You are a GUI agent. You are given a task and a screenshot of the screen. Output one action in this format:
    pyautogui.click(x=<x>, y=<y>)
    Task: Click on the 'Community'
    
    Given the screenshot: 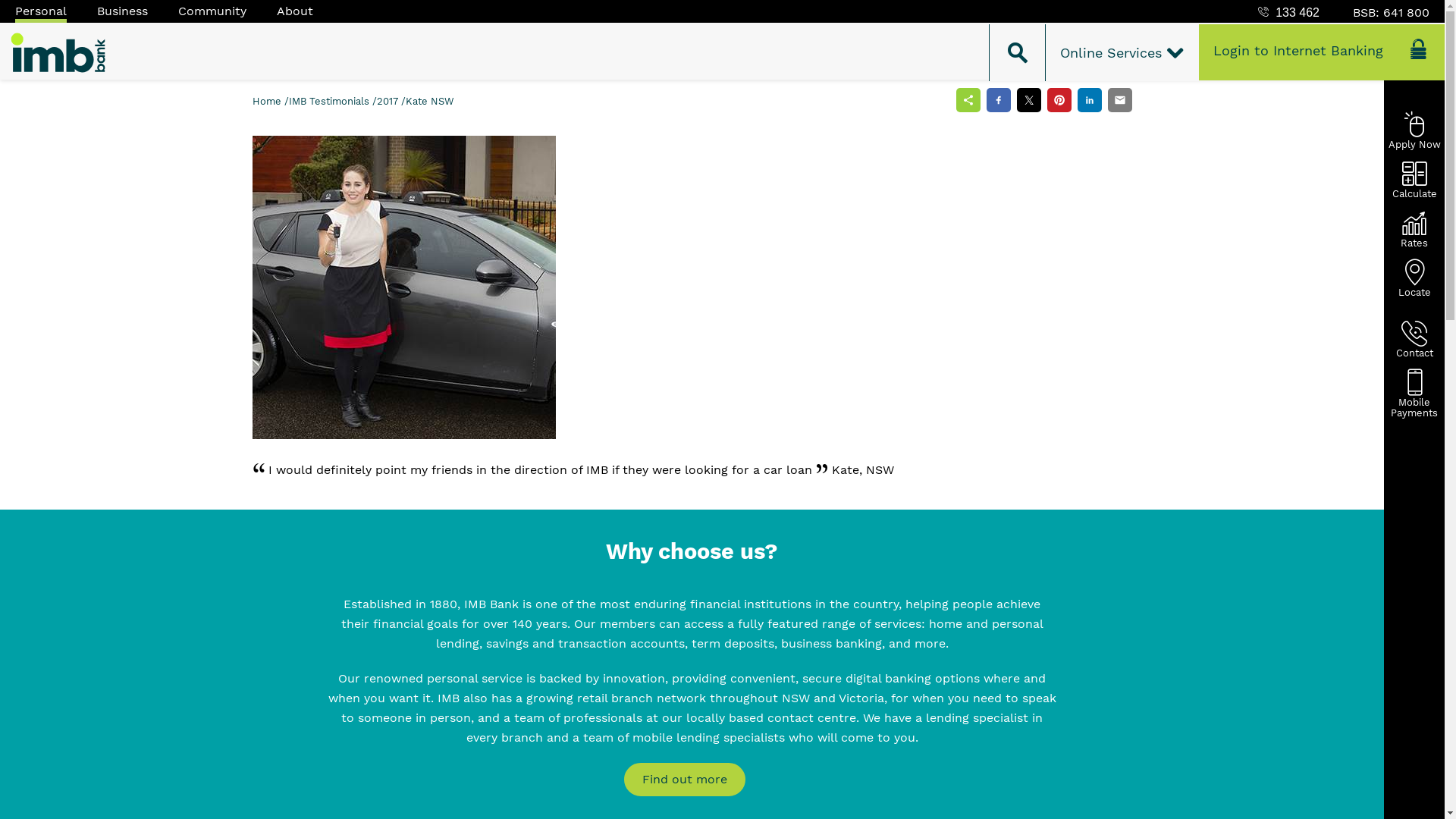 What is the action you would take?
    pyautogui.click(x=211, y=11)
    